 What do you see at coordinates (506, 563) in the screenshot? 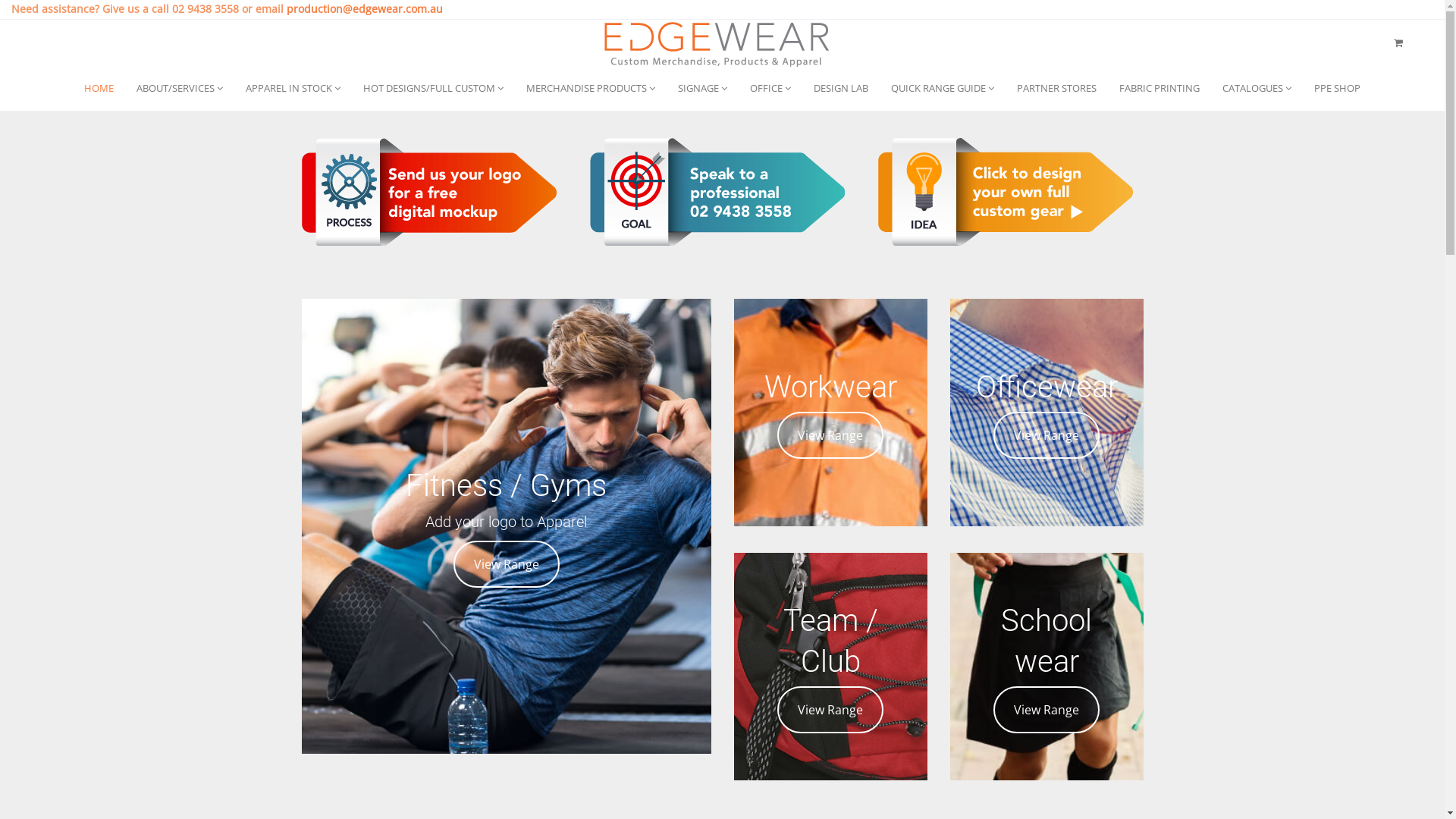
I see `'View Range'` at bounding box center [506, 563].